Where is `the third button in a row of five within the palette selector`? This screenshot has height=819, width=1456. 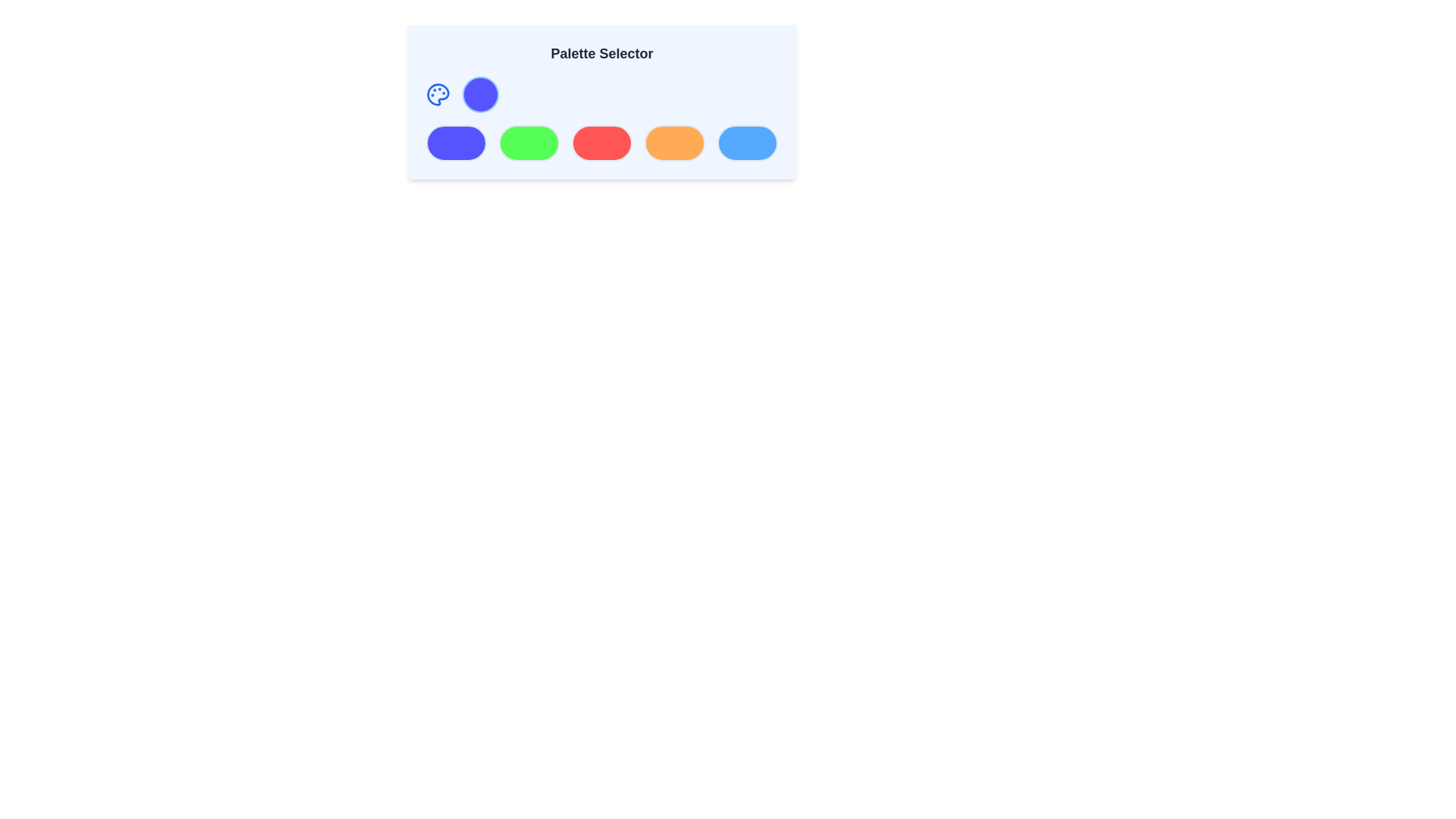
the third button in a row of five within the palette selector is located at coordinates (601, 143).